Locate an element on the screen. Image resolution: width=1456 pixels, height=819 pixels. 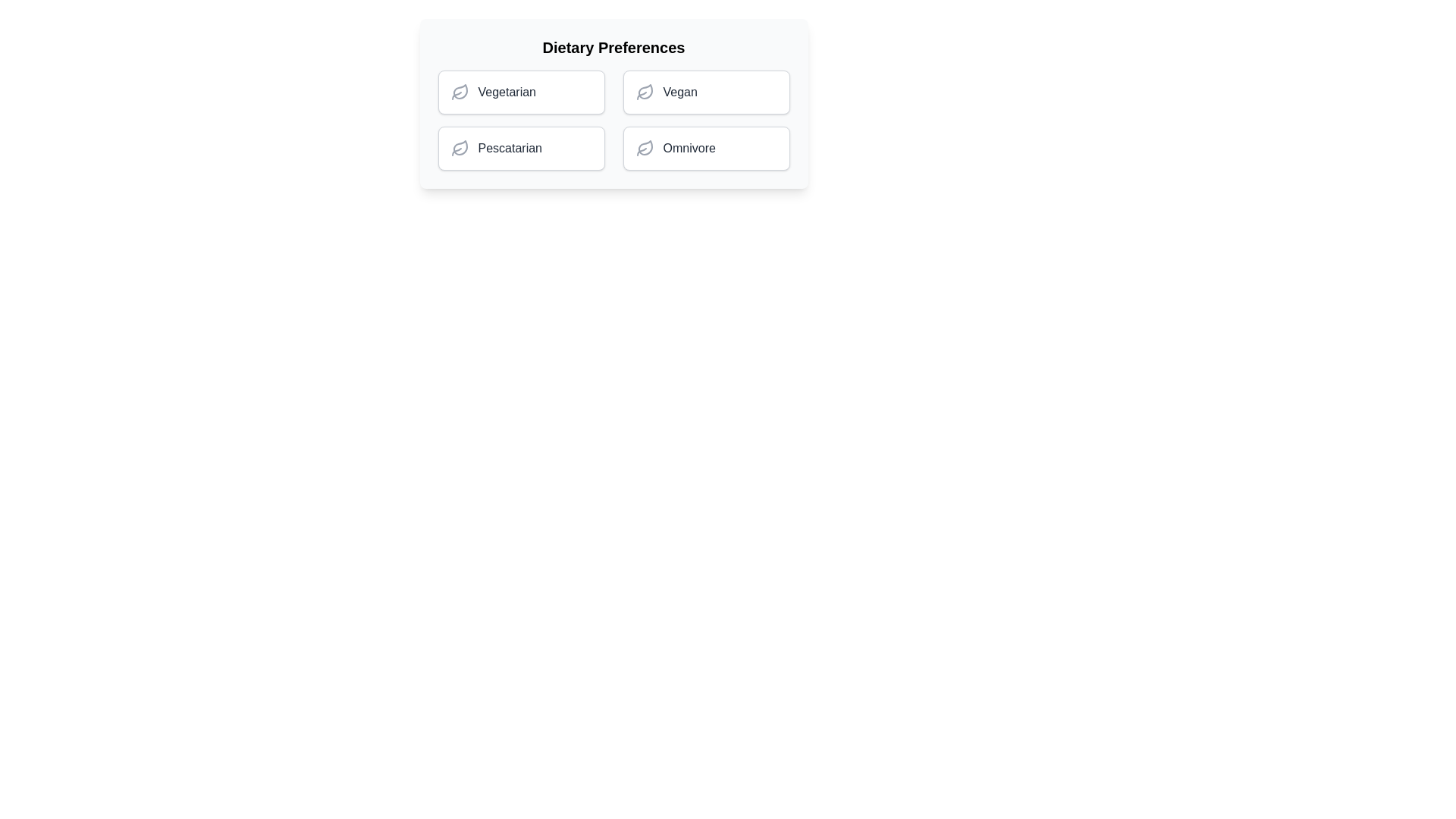
the stylized leaf-like icon located under the 'Dietary Preferences' section labeled 'Omnivore' is located at coordinates (645, 148).